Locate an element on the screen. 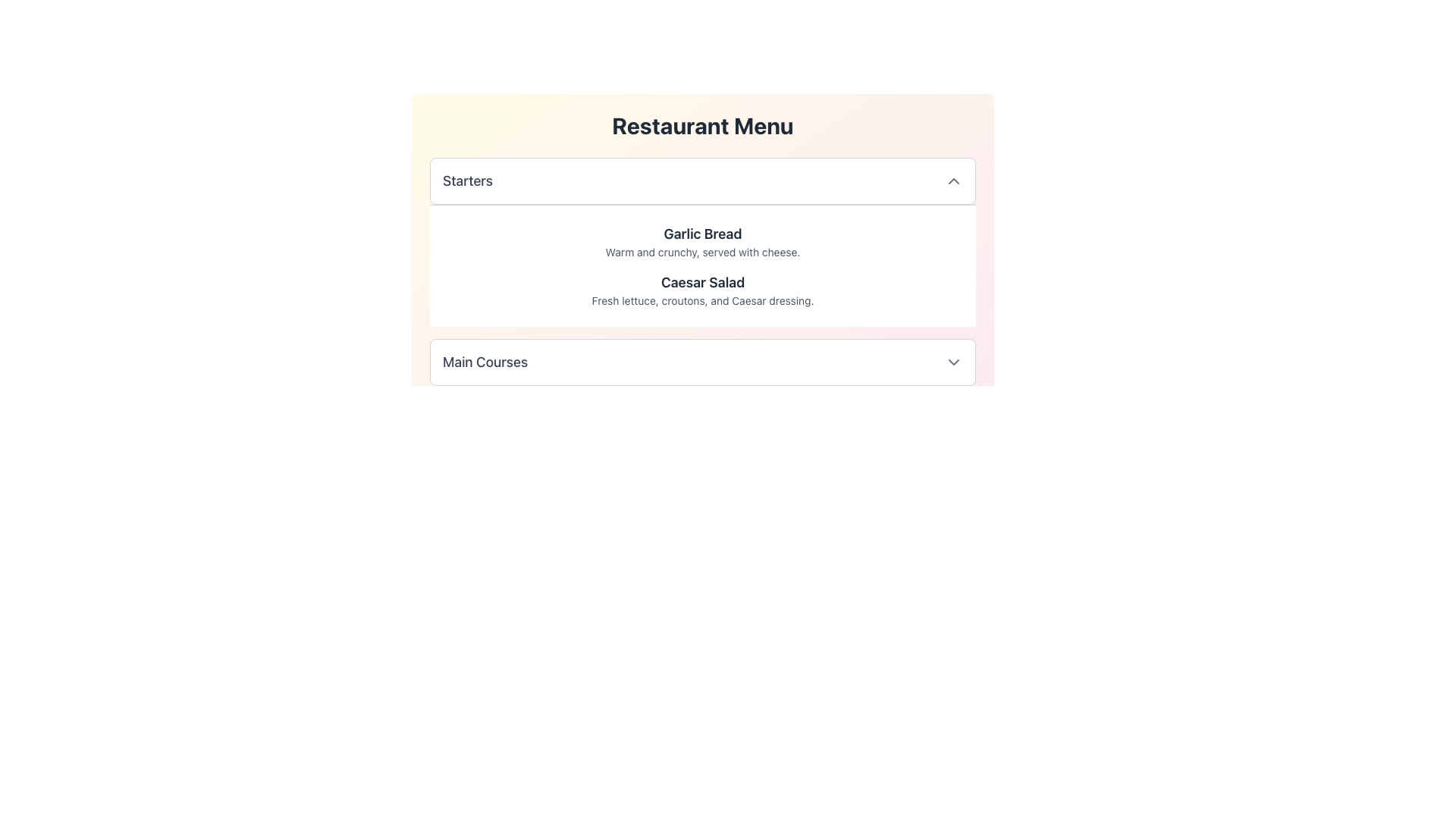 The height and width of the screenshot is (819, 1456). the interactive items within the restaurant menu section, which is a composite UI component featuring styled headings and descriptive text, centrally positioned and distinguishable by its background gradient is located at coordinates (701, 284).